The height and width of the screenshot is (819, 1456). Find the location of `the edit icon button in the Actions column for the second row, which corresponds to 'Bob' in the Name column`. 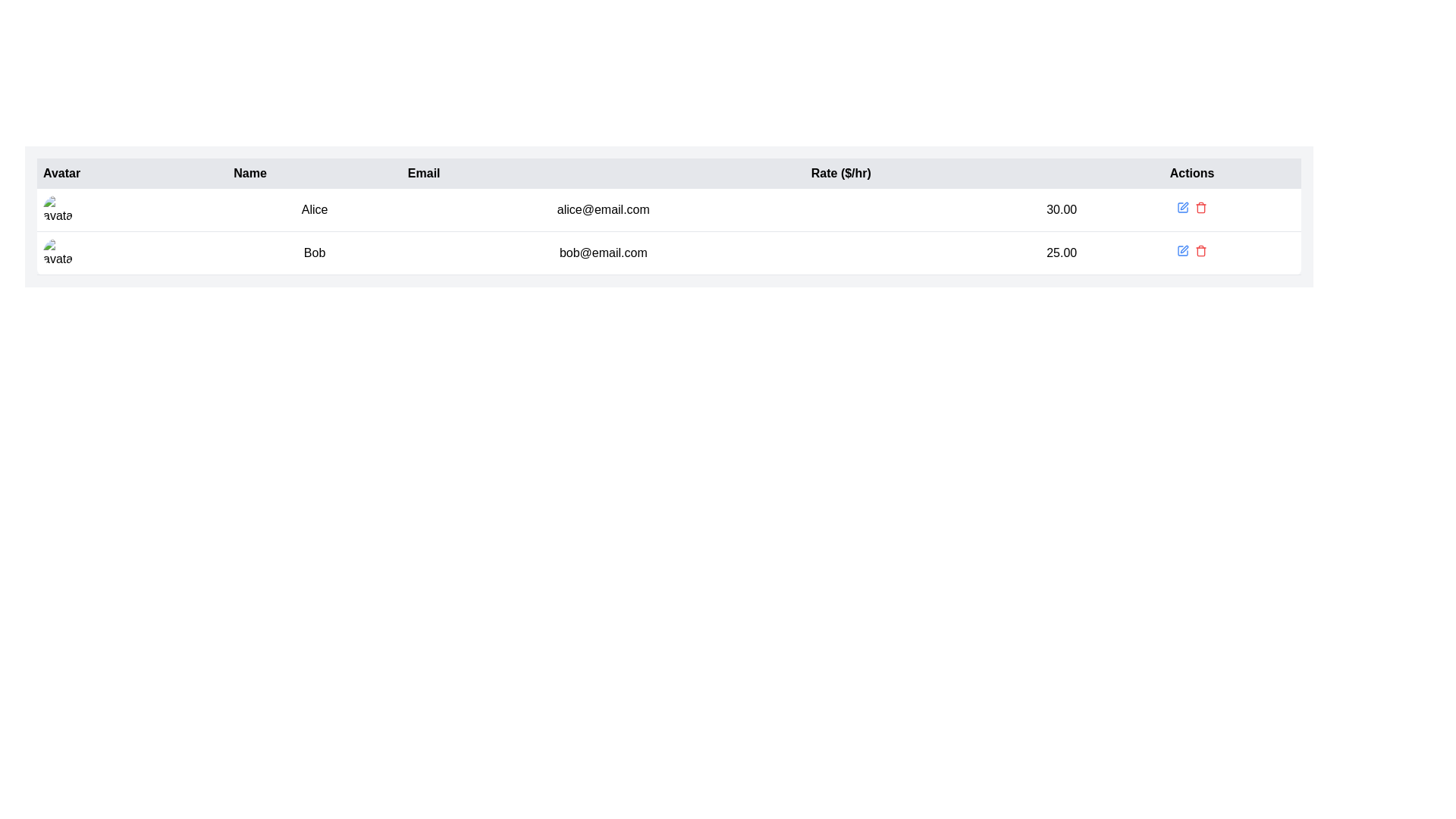

the edit icon button in the Actions column for the second row, which corresponds to 'Bob' in the Name column is located at coordinates (1184, 206).